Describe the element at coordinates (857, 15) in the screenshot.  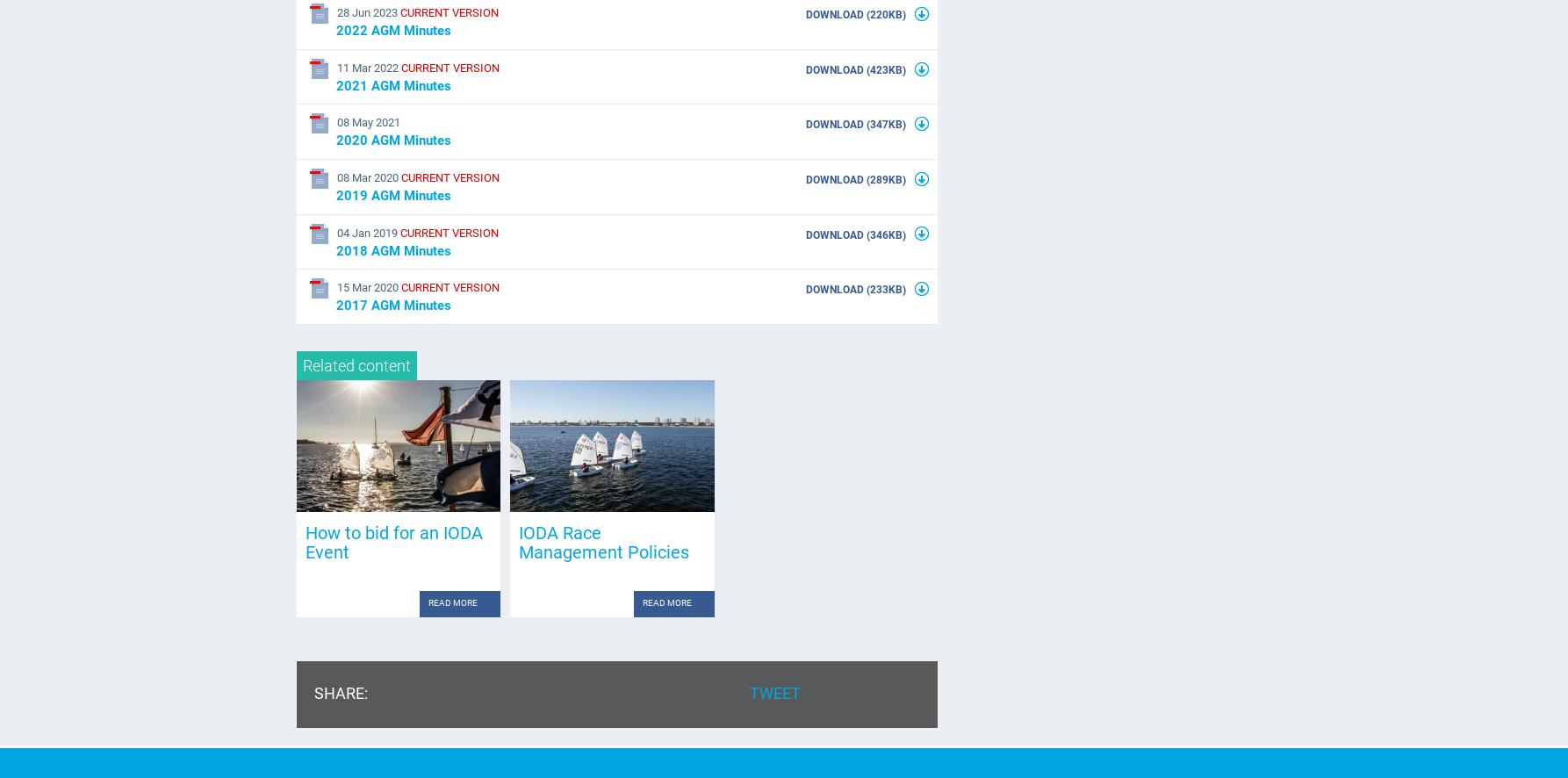
I see `'Download (220Kb)'` at that location.